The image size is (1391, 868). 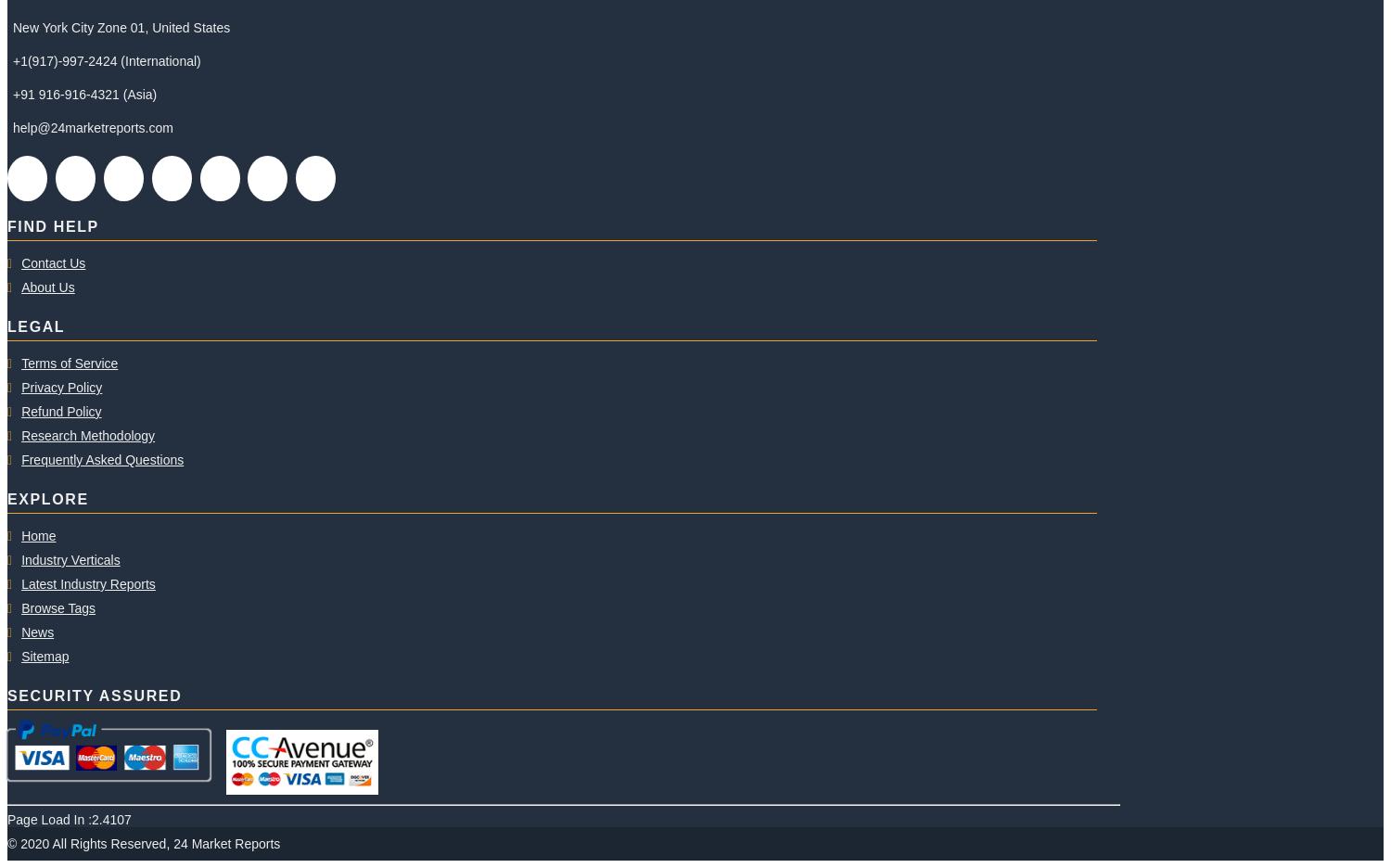 I want to click on 'FIND HELP', so click(x=53, y=225).